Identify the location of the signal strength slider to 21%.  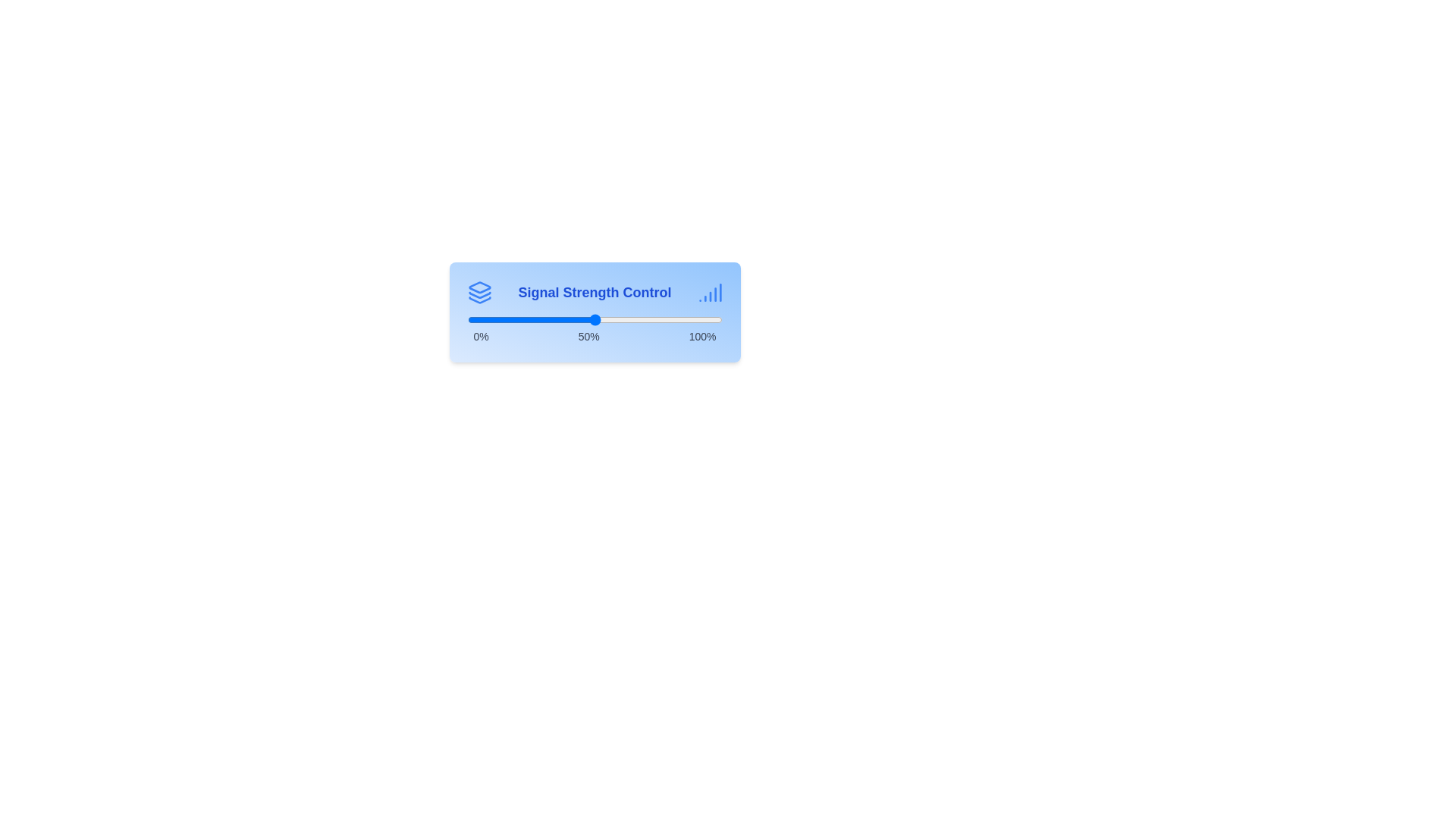
(520, 318).